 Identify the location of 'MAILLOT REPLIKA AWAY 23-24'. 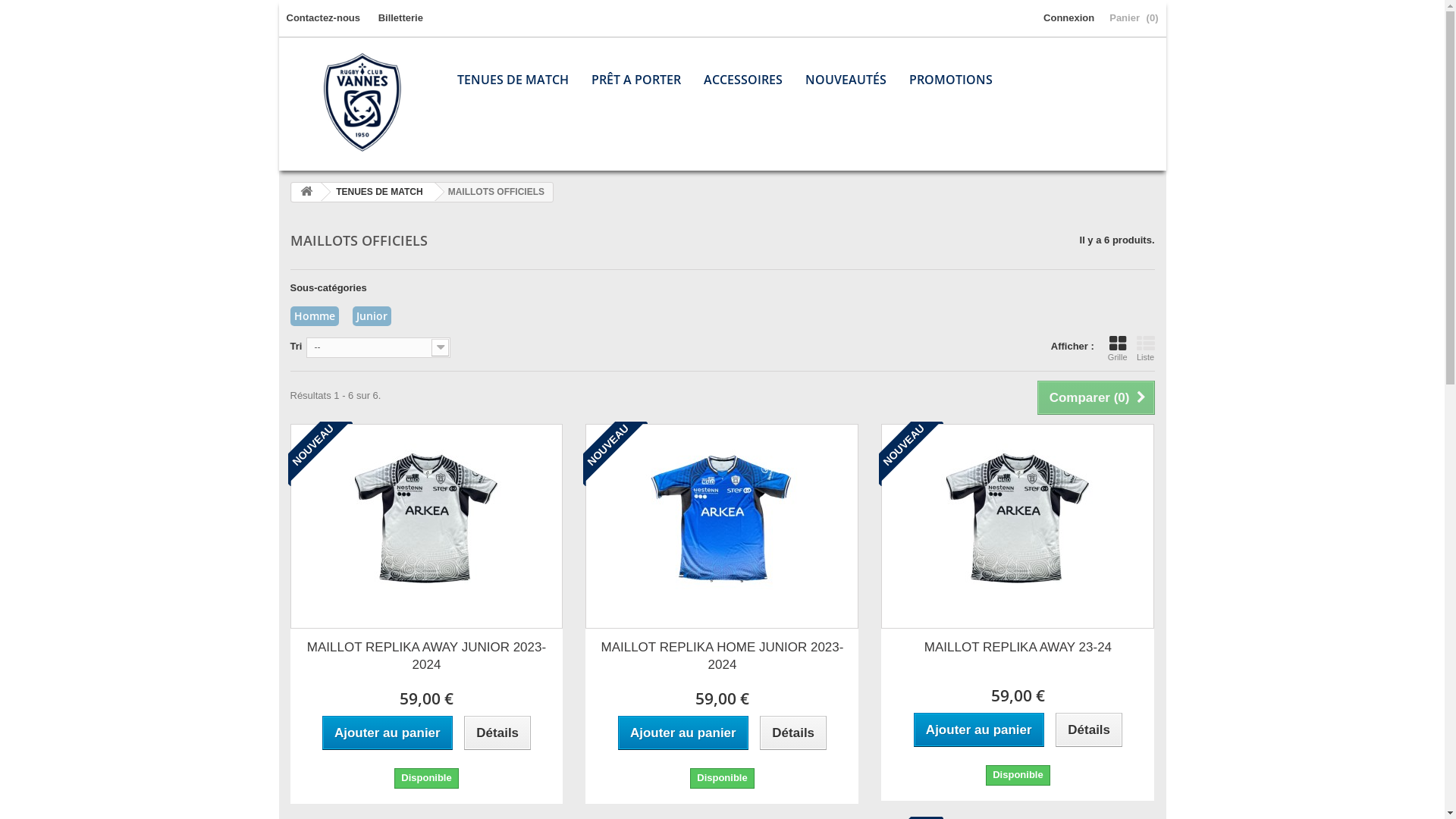
(922, 525).